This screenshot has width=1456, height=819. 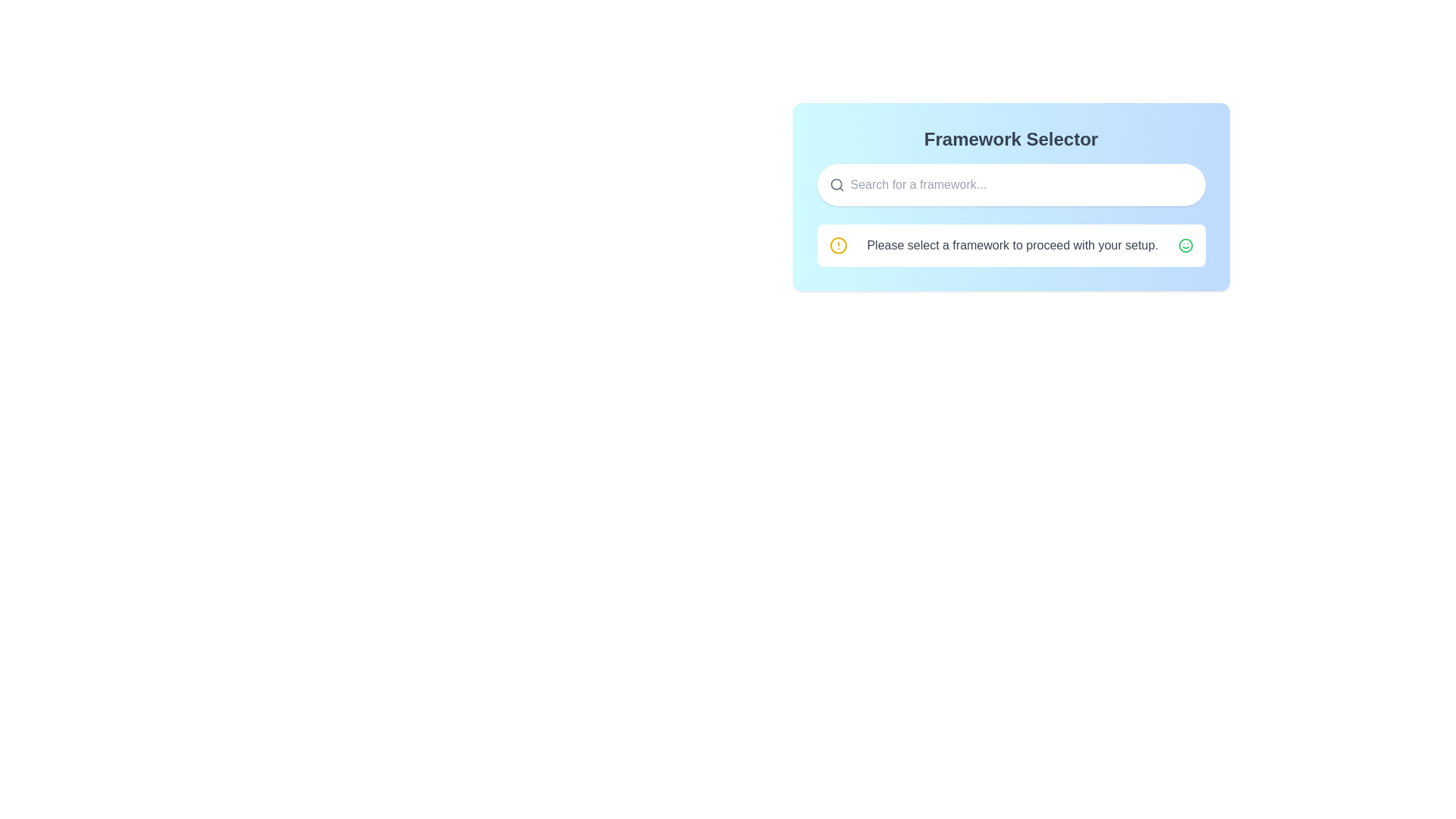 I want to click on the title text element located at the top of the card component, which has a rounded border and a gradient background, positioned directly above the search bar, so click(x=1011, y=140).